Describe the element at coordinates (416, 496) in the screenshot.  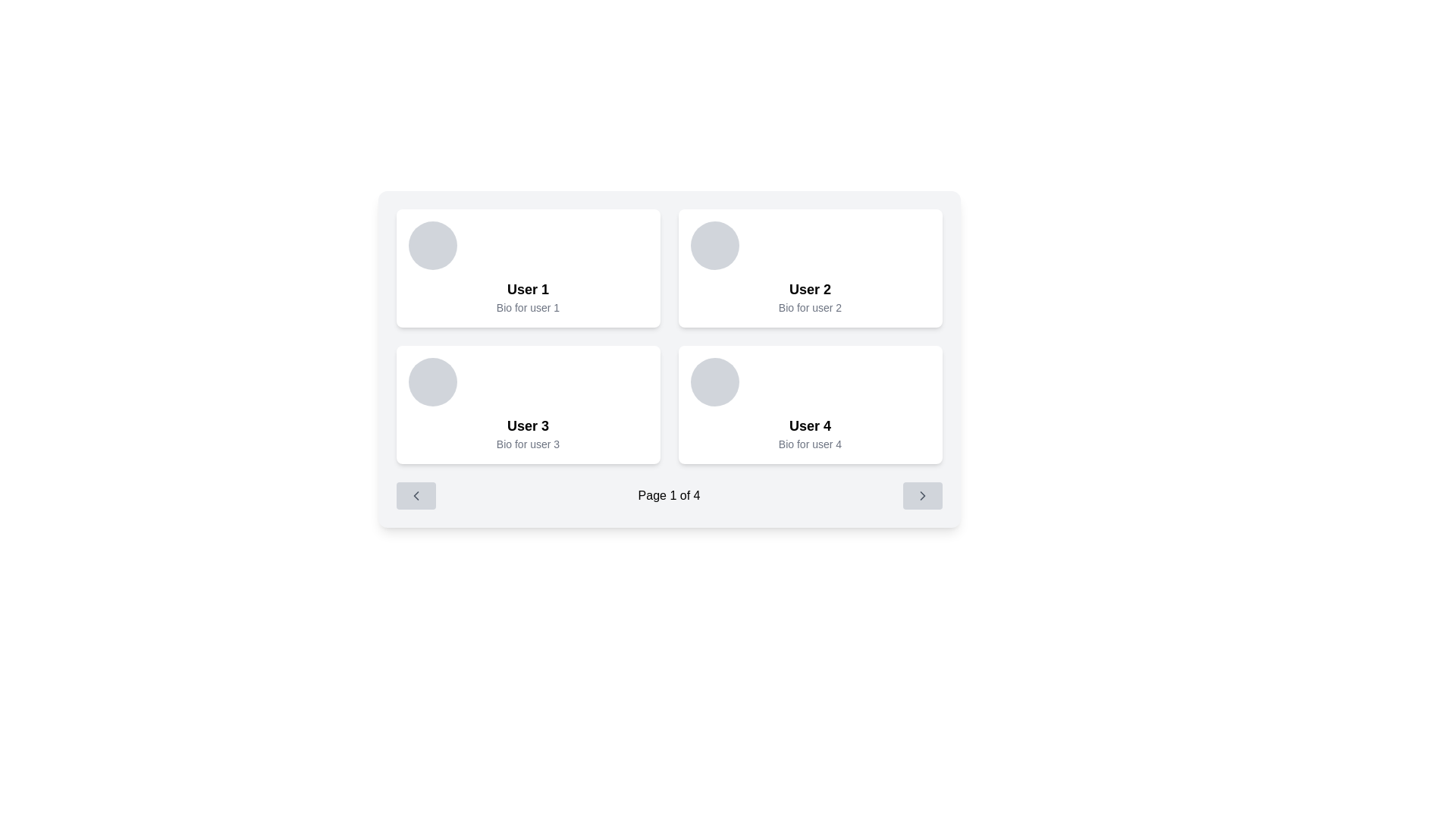
I see `the chevron SVG icon located at the bottom left of the interface` at that location.